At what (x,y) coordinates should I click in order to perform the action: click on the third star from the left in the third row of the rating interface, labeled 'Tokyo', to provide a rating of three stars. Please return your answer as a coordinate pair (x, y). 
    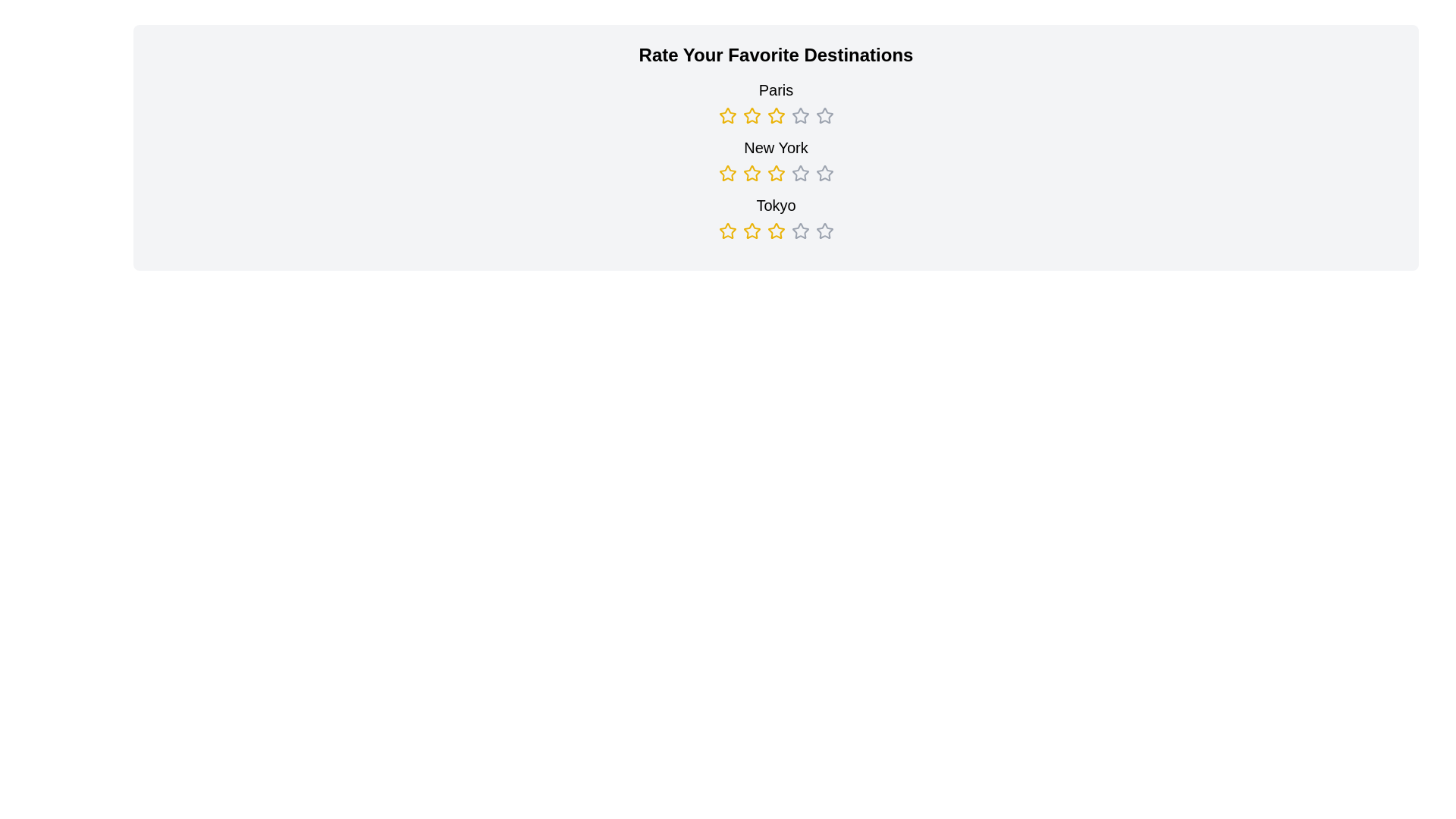
    Looking at the image, I should click on (752, 231).